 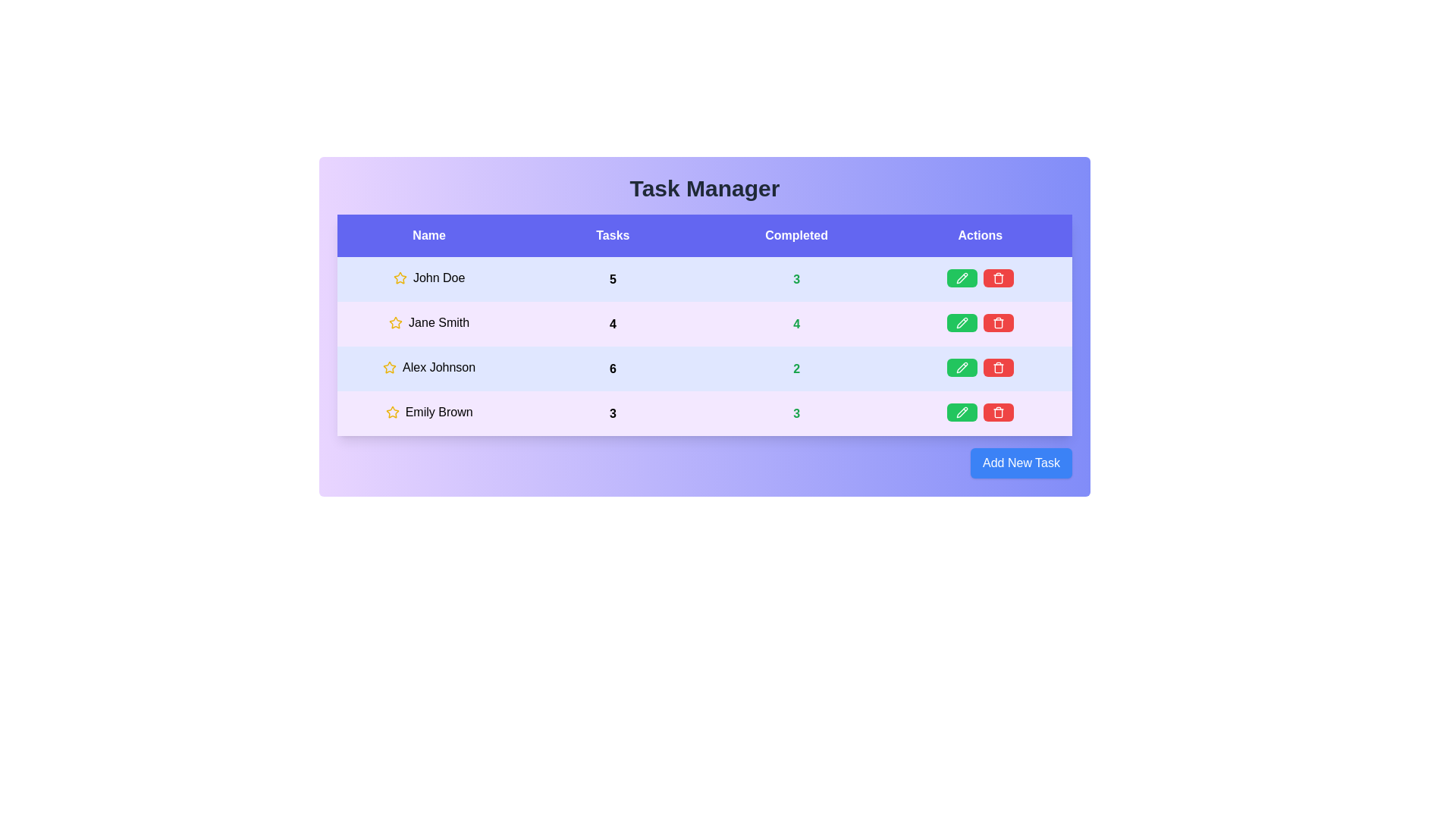 I want to click on green pencil icon to edit the task for Alex Johnson, so click(x=961, y=368).